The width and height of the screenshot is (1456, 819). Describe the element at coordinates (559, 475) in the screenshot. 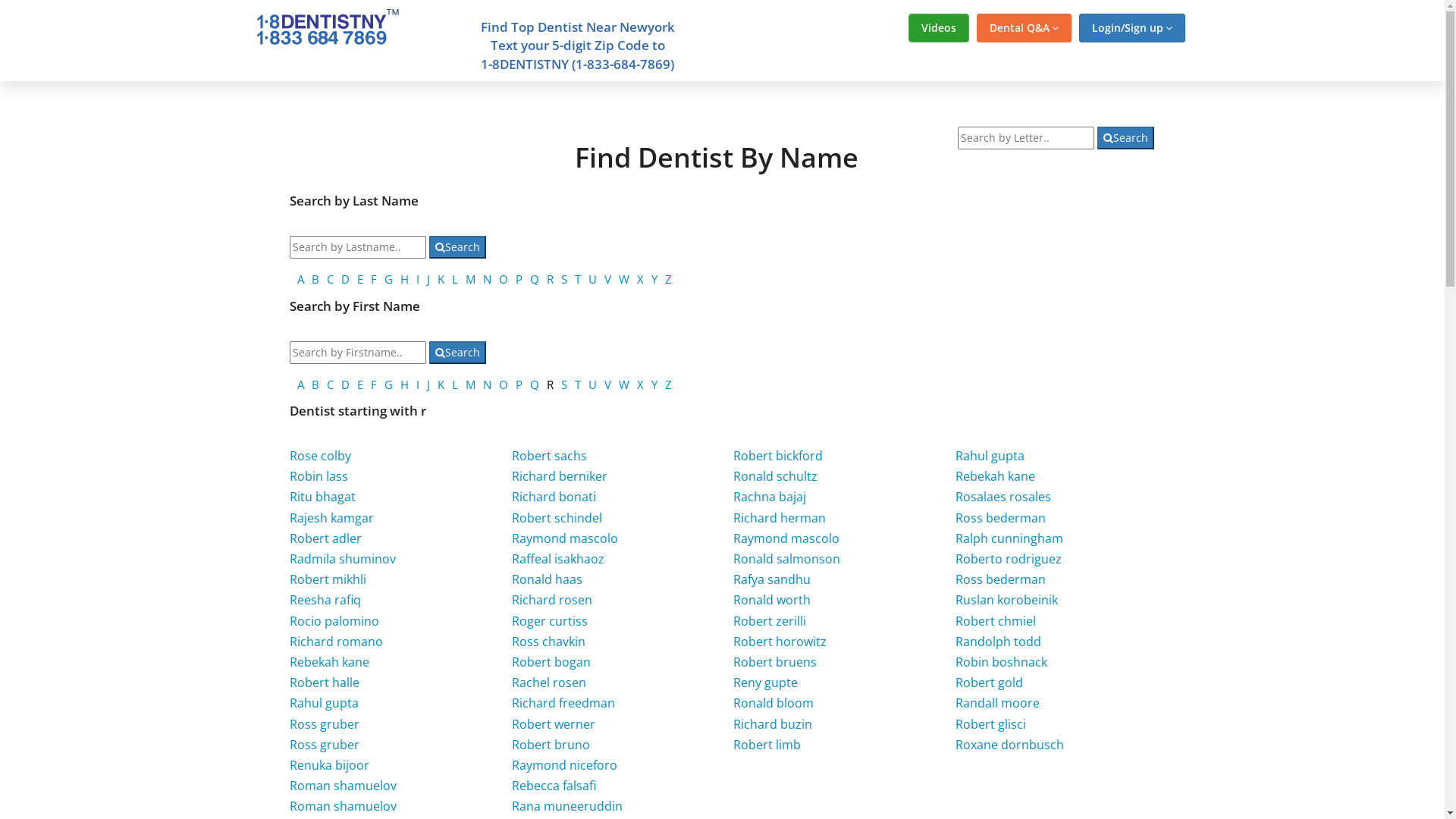

I see `'Richard berniker'` at that location.